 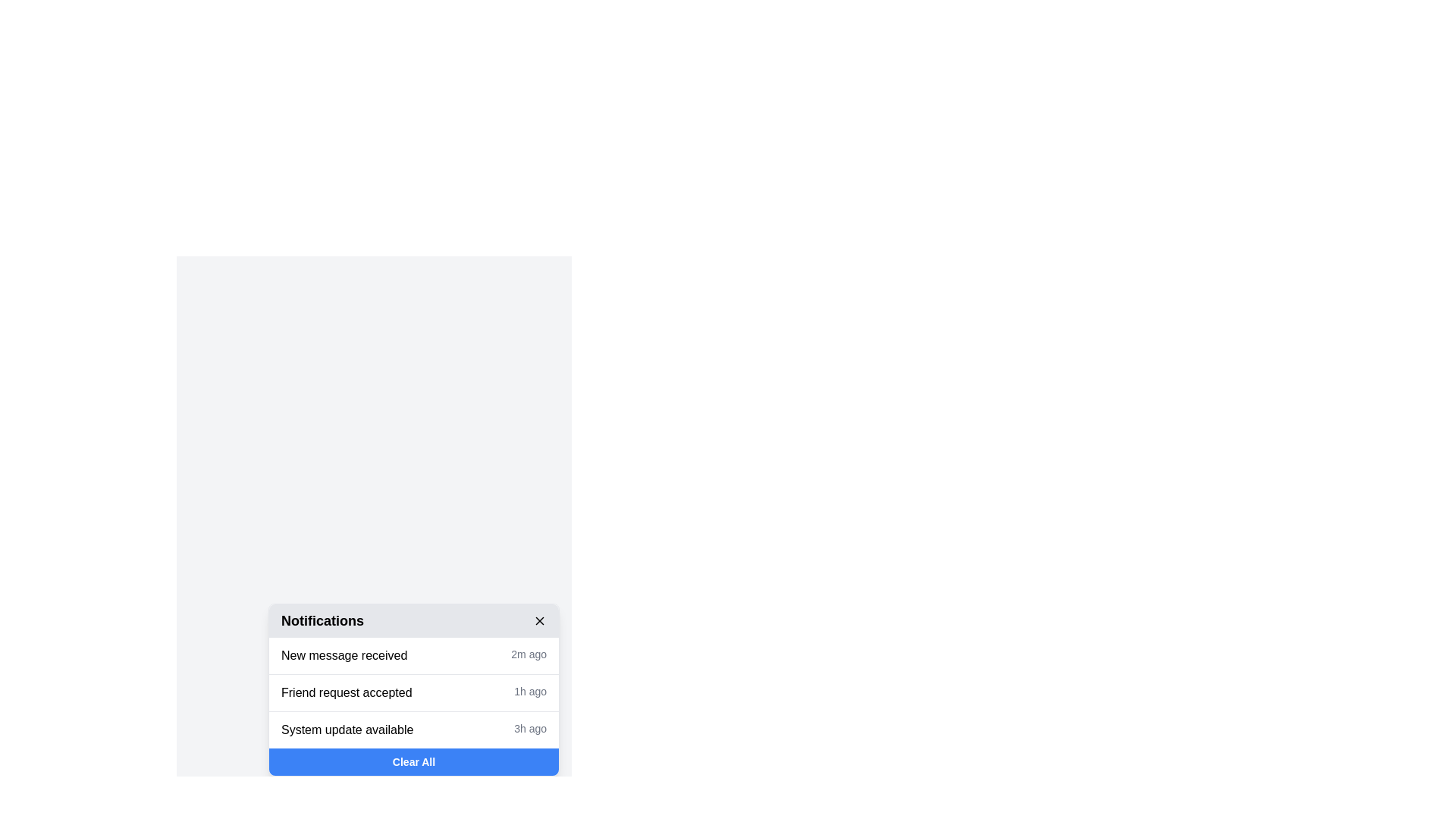 What do you see at coordinates (530, 730) in the screenshot?
I see `time information from the text label displaying '3h ago', which is located on the far-right side of the entry labeled 'System update available' in the notification panel` at bounding box center [530, 730].